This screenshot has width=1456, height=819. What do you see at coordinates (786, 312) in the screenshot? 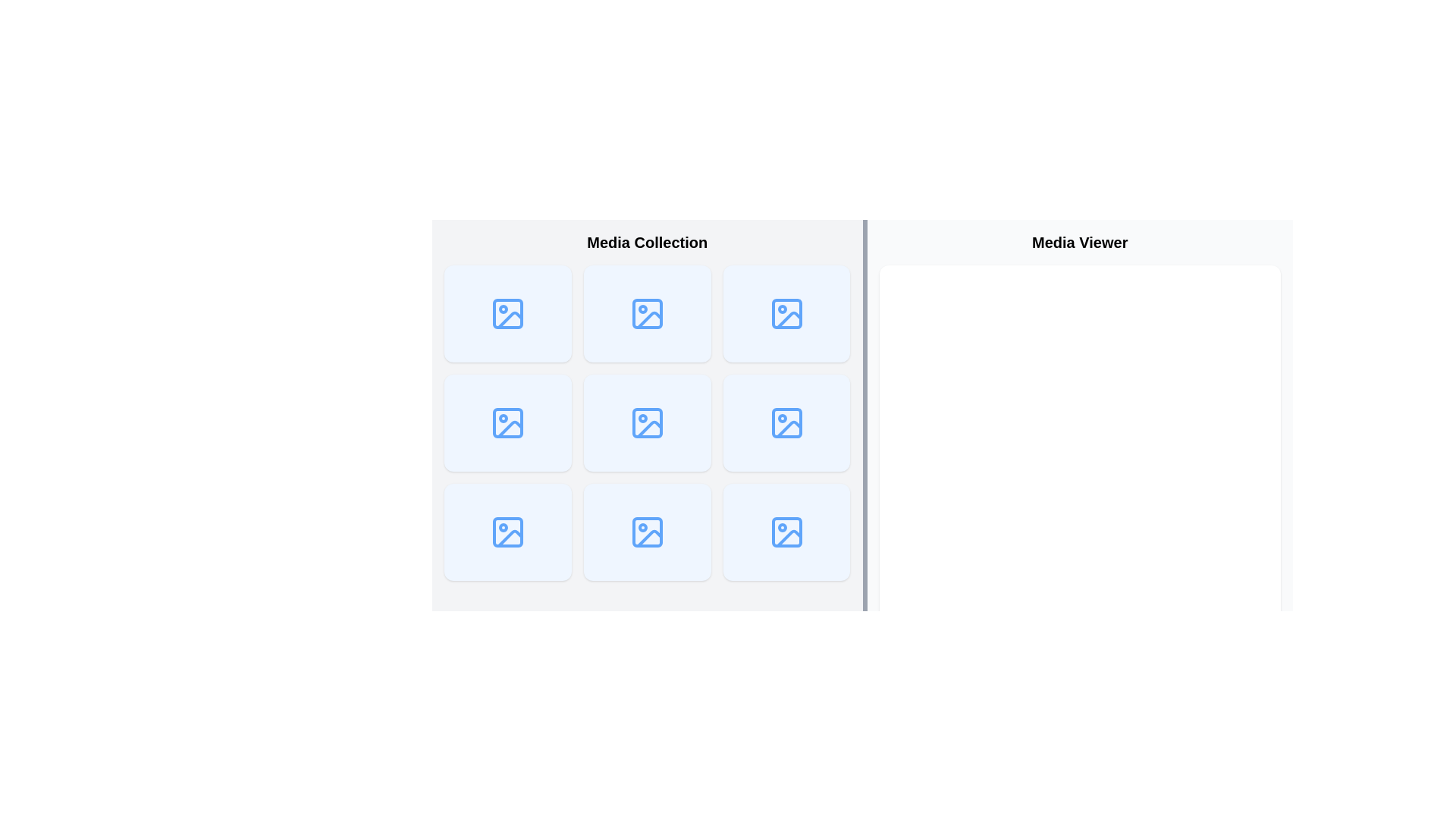
I see `the media item icon located in the third column of the second row within the 'Media Collection' section` at bounding box center [786, 312].